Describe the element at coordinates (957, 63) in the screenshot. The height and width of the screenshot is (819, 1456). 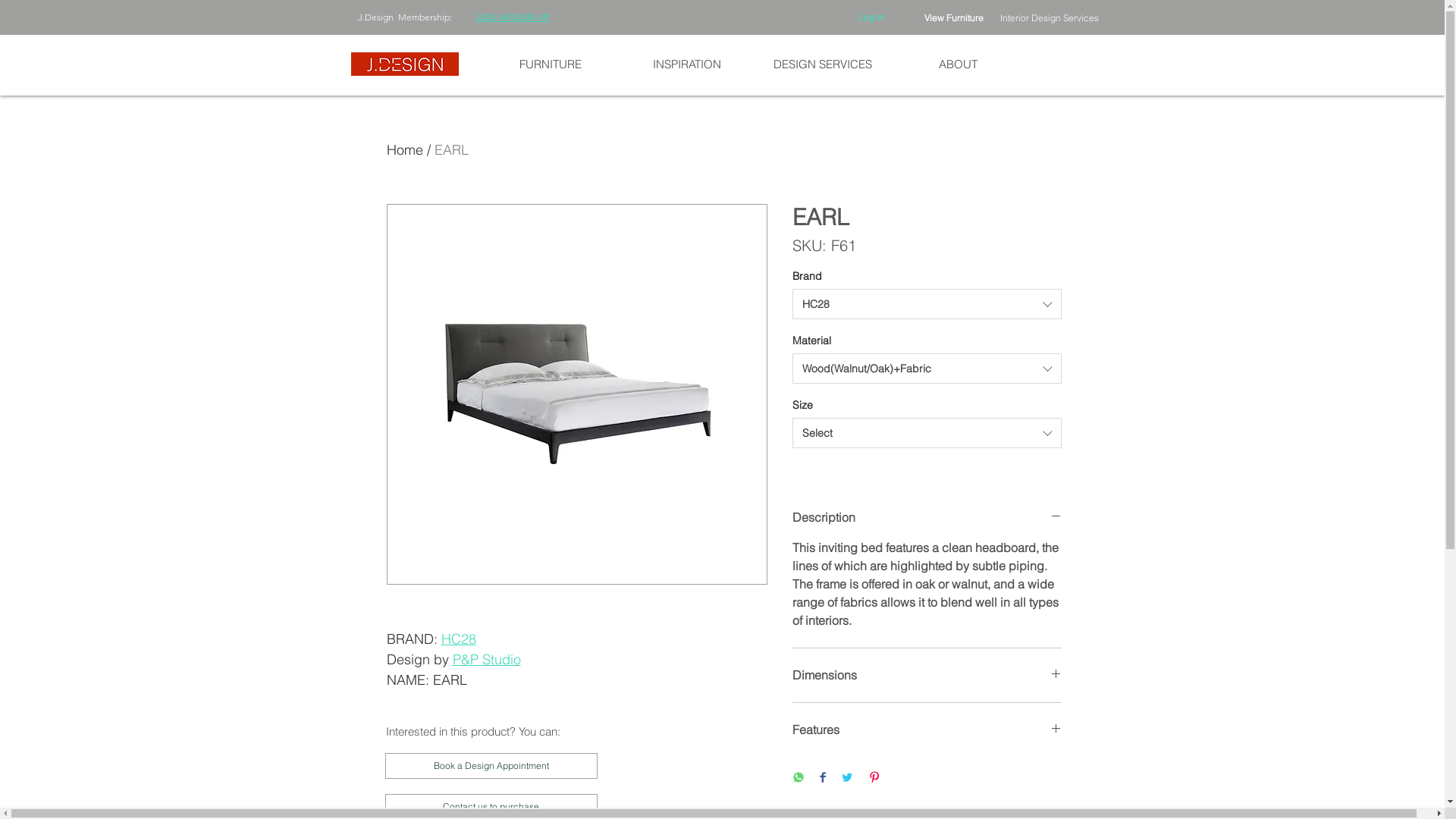
I see `'ABOUT'` at that location.